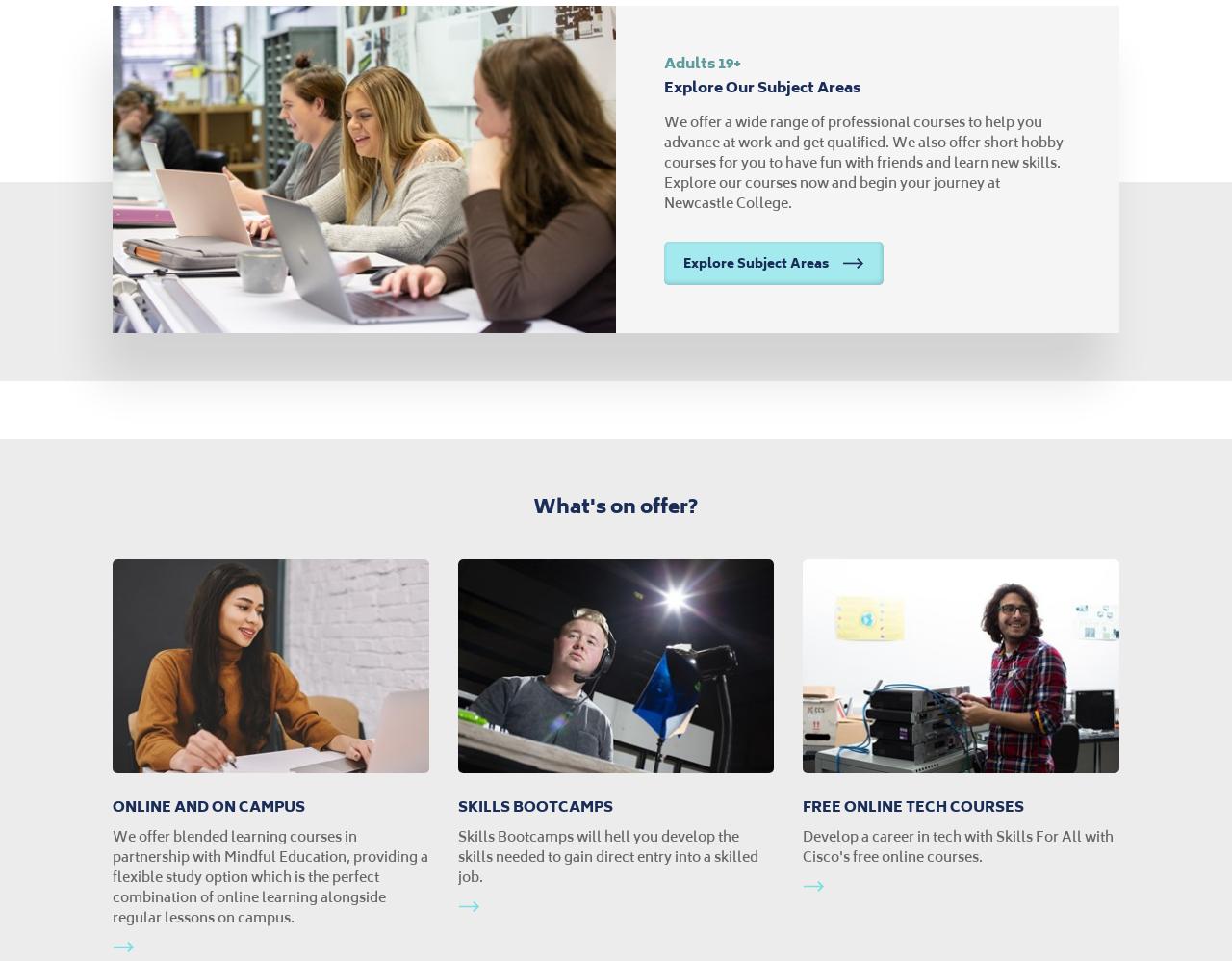 This screenshot has width=1232, height=961. I want to click on 'We offer blended learning courses in partnership with Mindful Education, providing a flexible study option which is the perfect combination of online learning alongside regular lessons on campus.', so click(111, 875).